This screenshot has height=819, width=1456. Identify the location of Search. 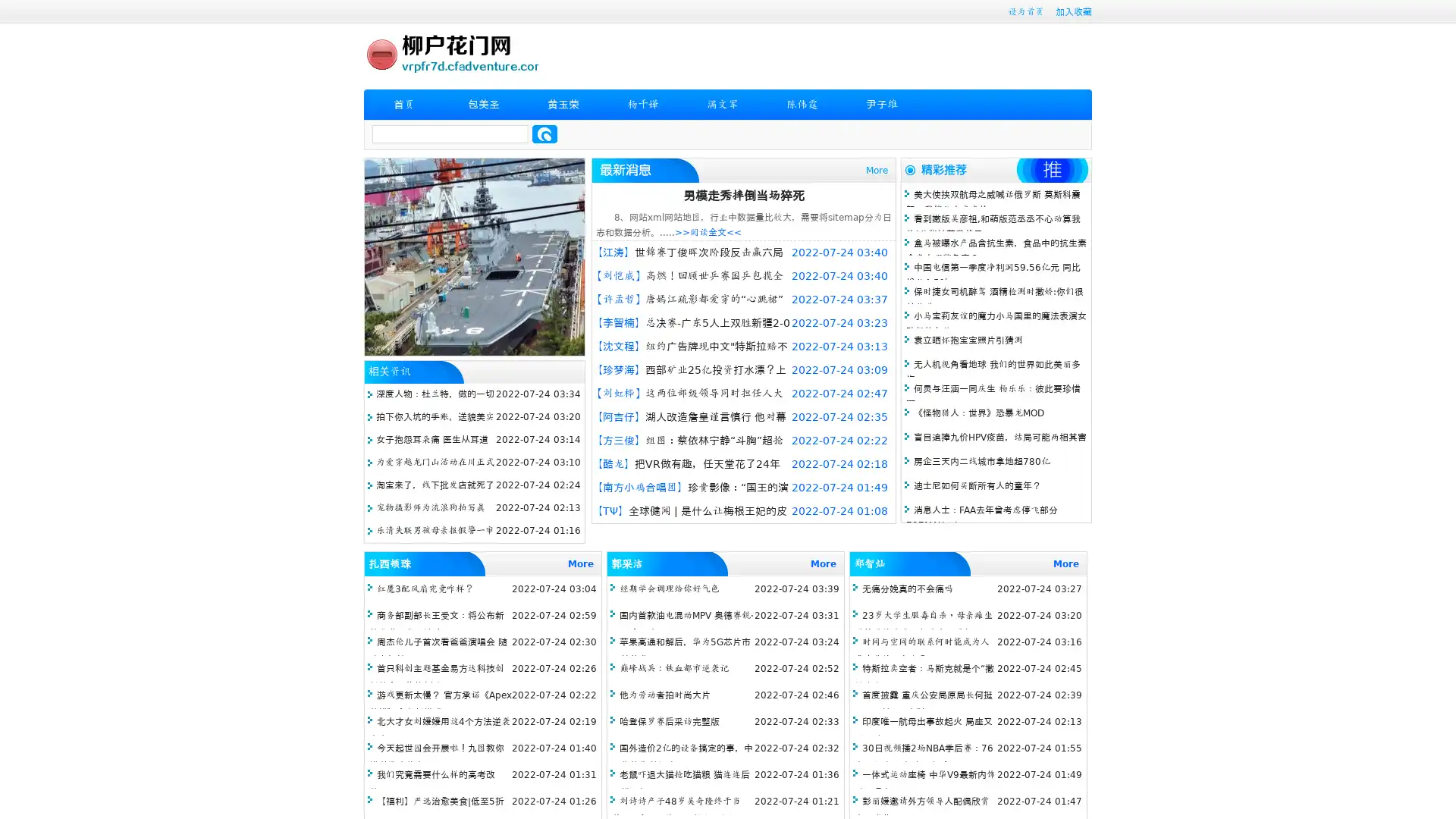
(544, 133).